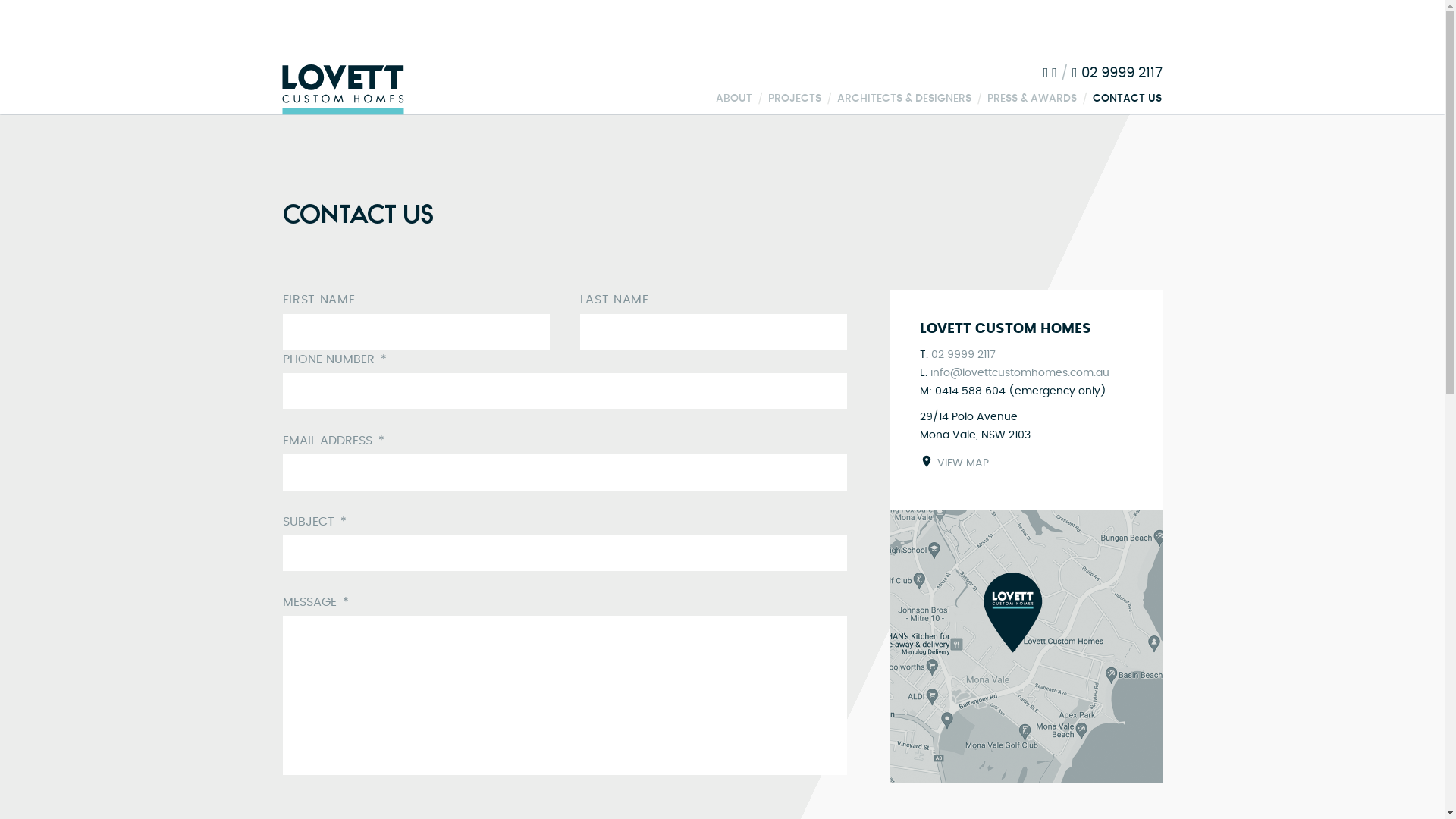 The width and height of the screenshot is (1456, 819). What do you see at coordinates (930, 354) in the screenshot?
I see `'02 9999 2117'` at bounding box center [930, 354].